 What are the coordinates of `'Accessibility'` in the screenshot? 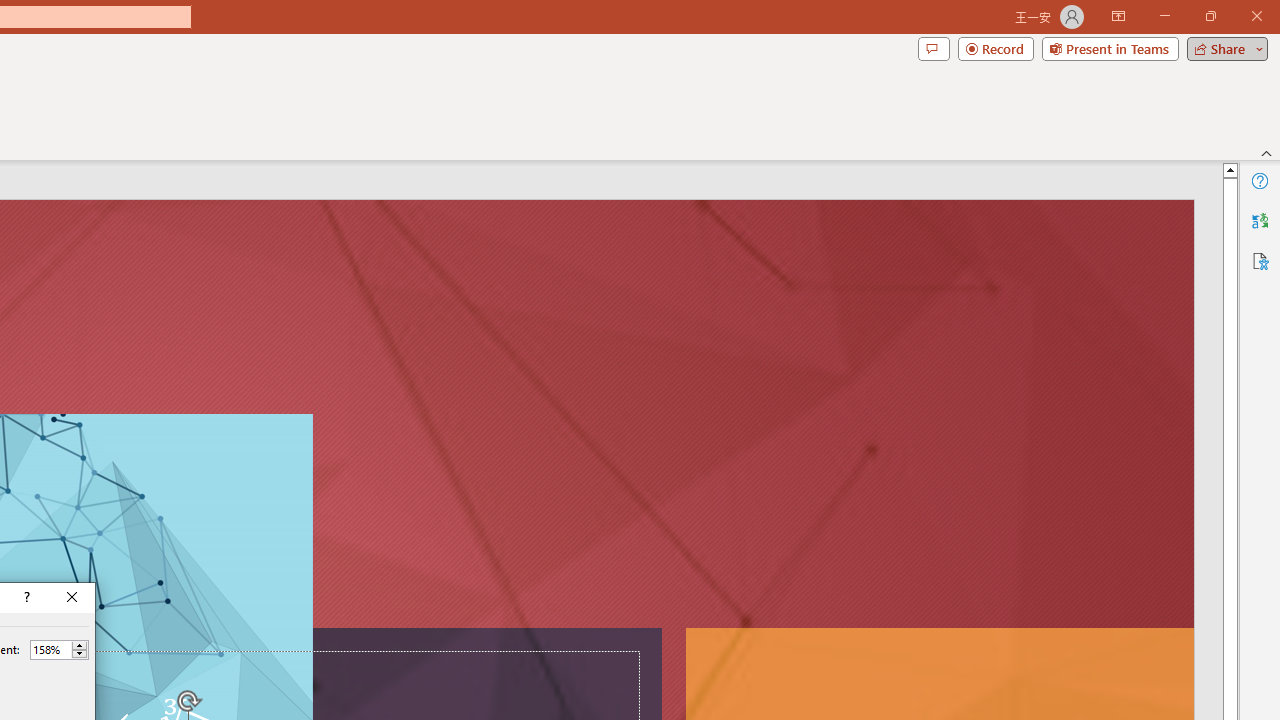 It's located at (1259, 260).